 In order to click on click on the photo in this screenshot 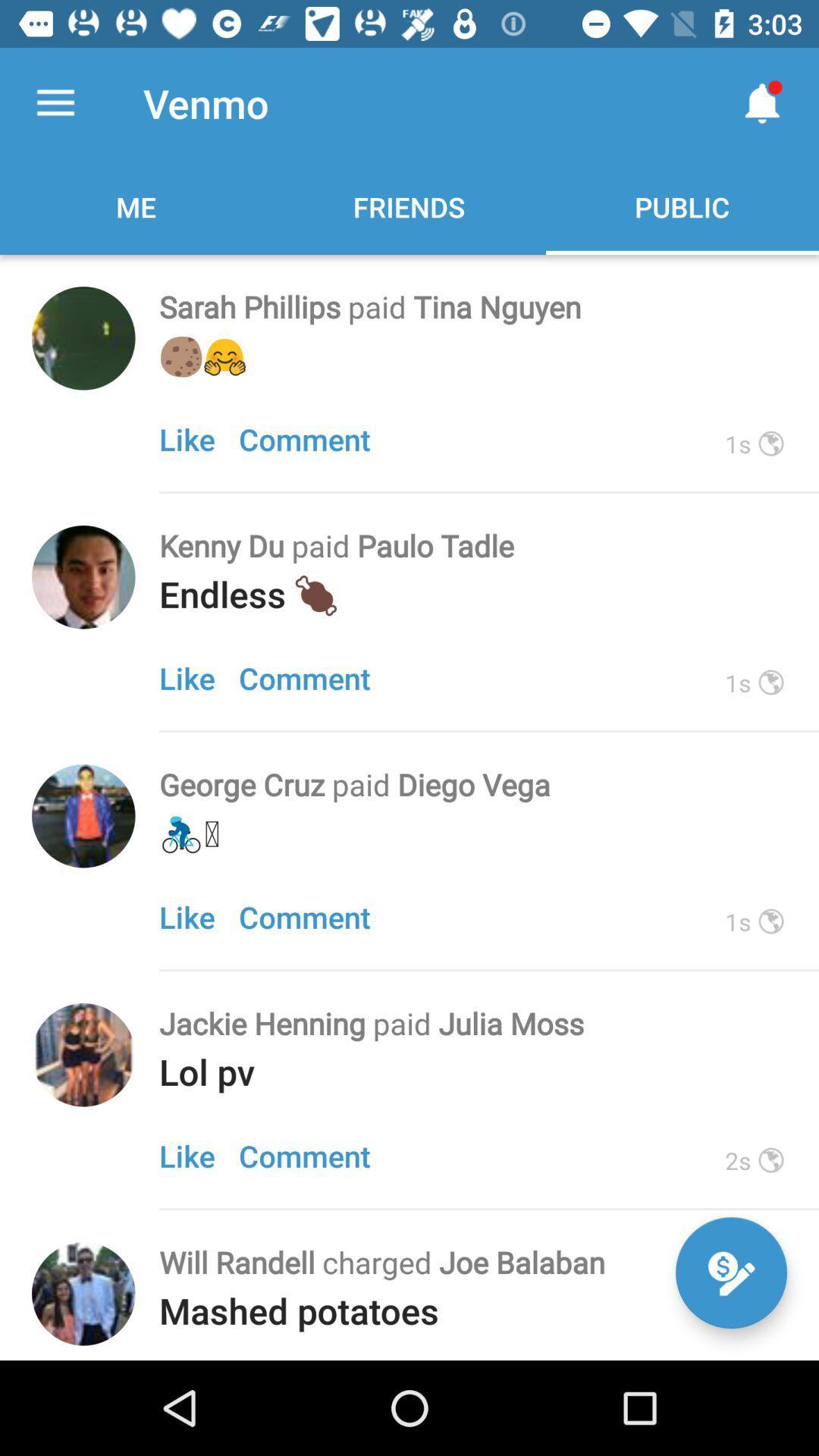, I will do `click(83, 576)`.